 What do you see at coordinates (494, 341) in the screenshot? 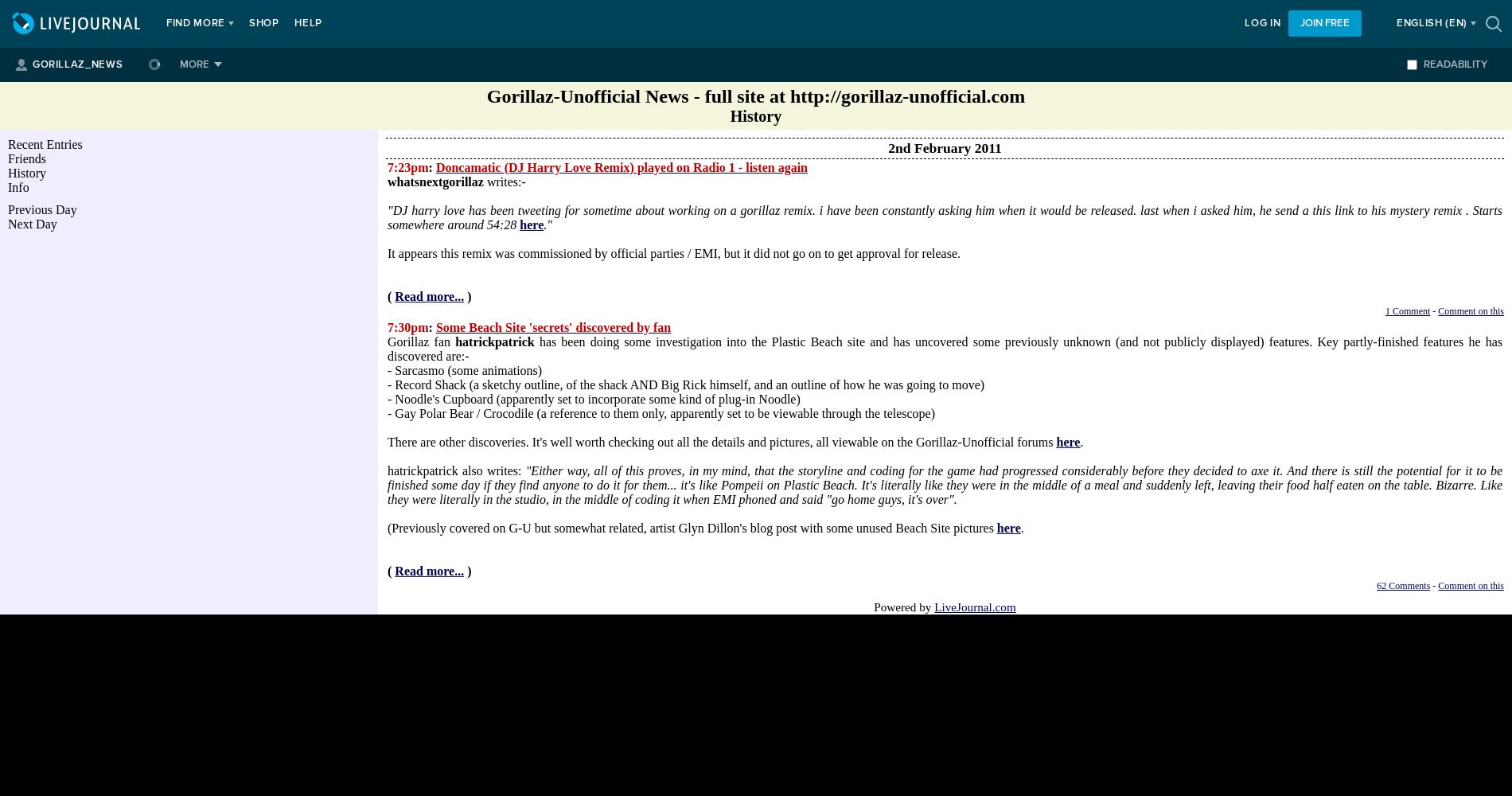
I see `'hatrickpatrick'` at bounding box center [494, 341].